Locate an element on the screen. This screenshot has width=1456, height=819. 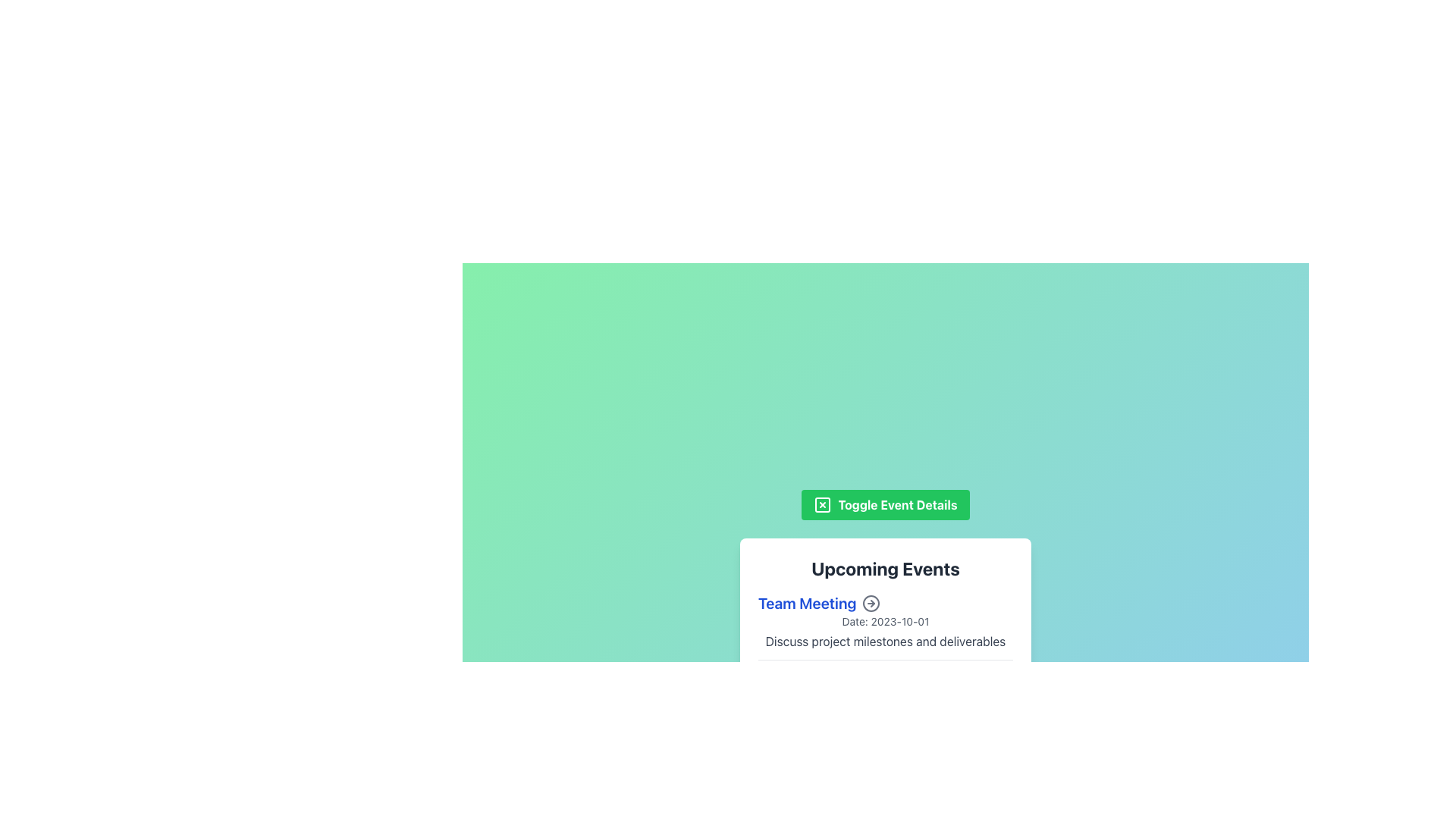
the small rounded rectangle inside the 'Toggle Event Details' button, which serves as a decorative SVG shape is located at coordinates (822, 504).